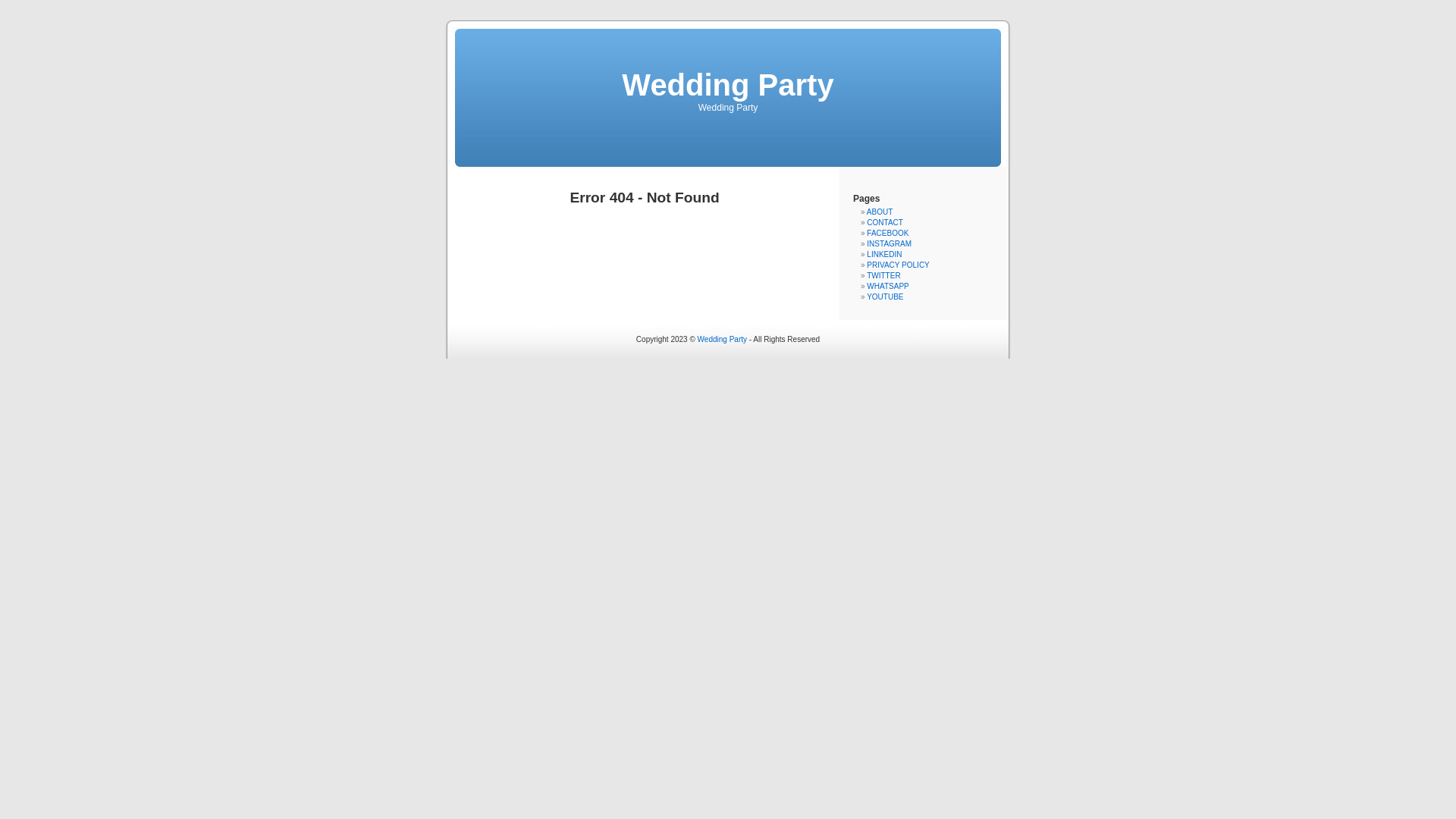 The image size is (1456, 819). I want to click on 'WHATSAPP', so click(887, 286).